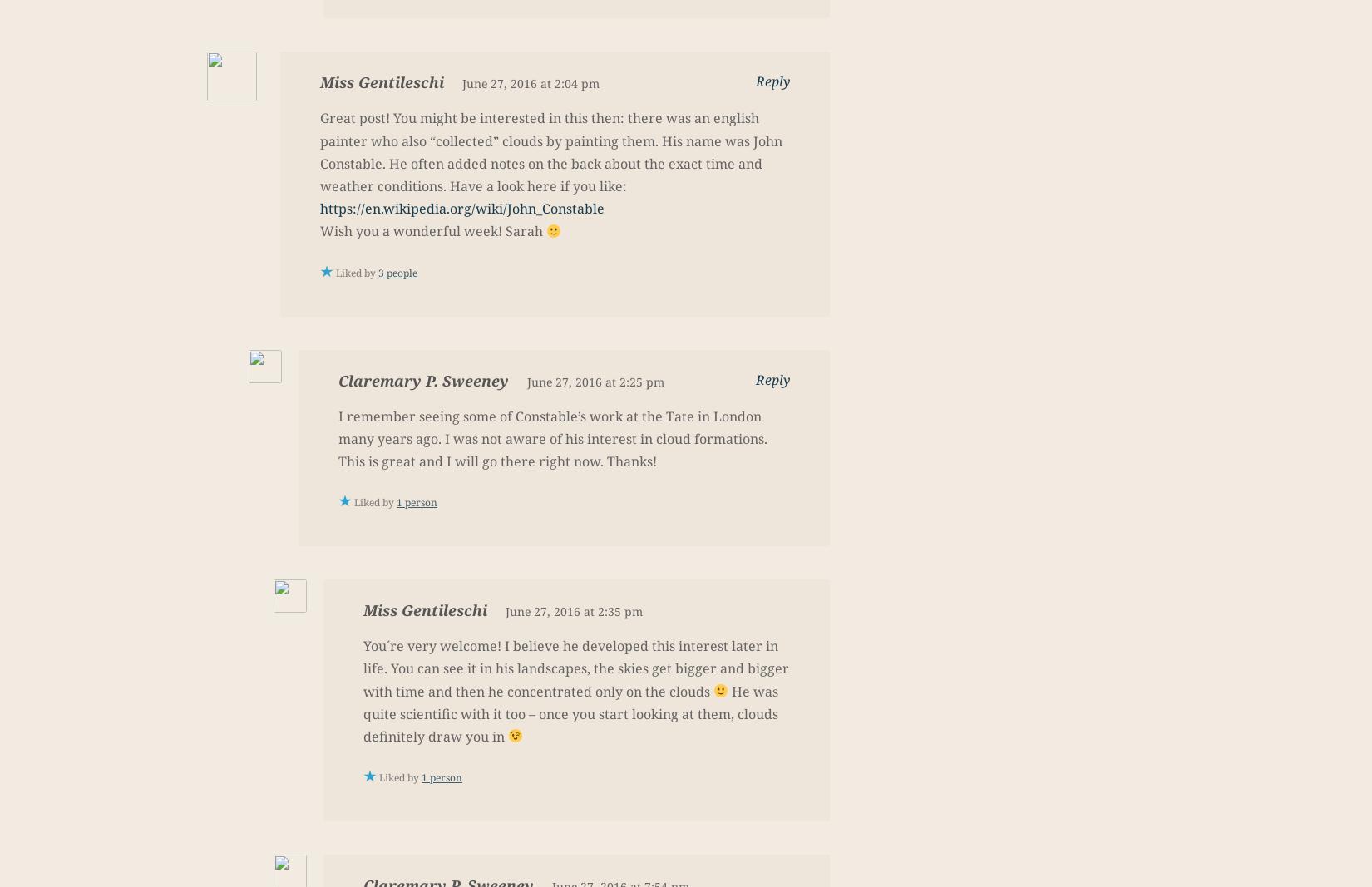 This screenshot has width=1372, height=887. Describe the element at coordinates (575, 667) in the screenshot. I see `'You´re very welcome! I believe he developed this interest later in life. You can see it in his landscapes, the skies get bigger and bigger with time and then he concentrated only on the clouds'` at that location.